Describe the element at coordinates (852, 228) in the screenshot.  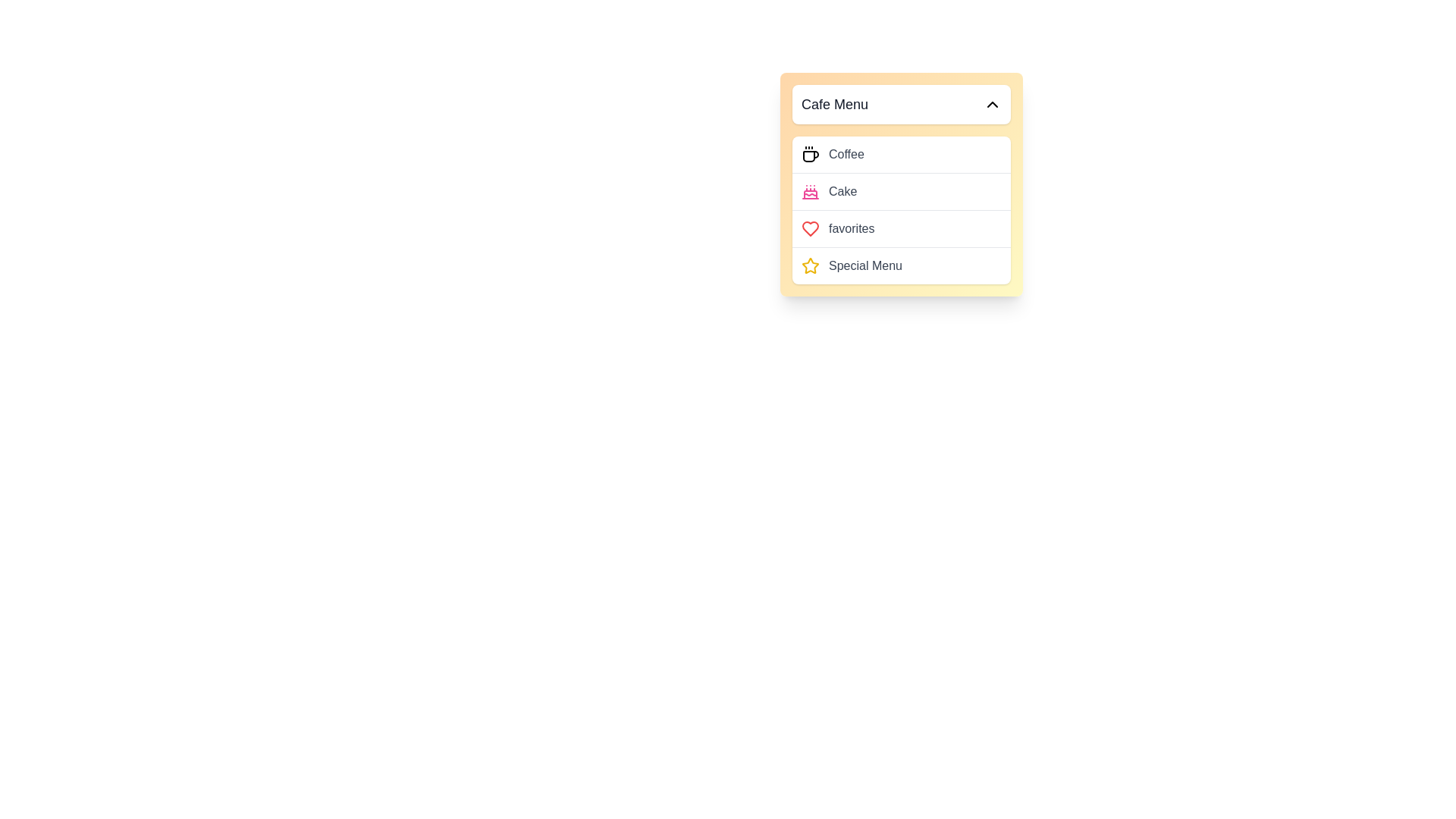
I see `text label 'favorites' which is styled in gray and is part of the dropdown menu titled 'Cafe Menu'` at that location.